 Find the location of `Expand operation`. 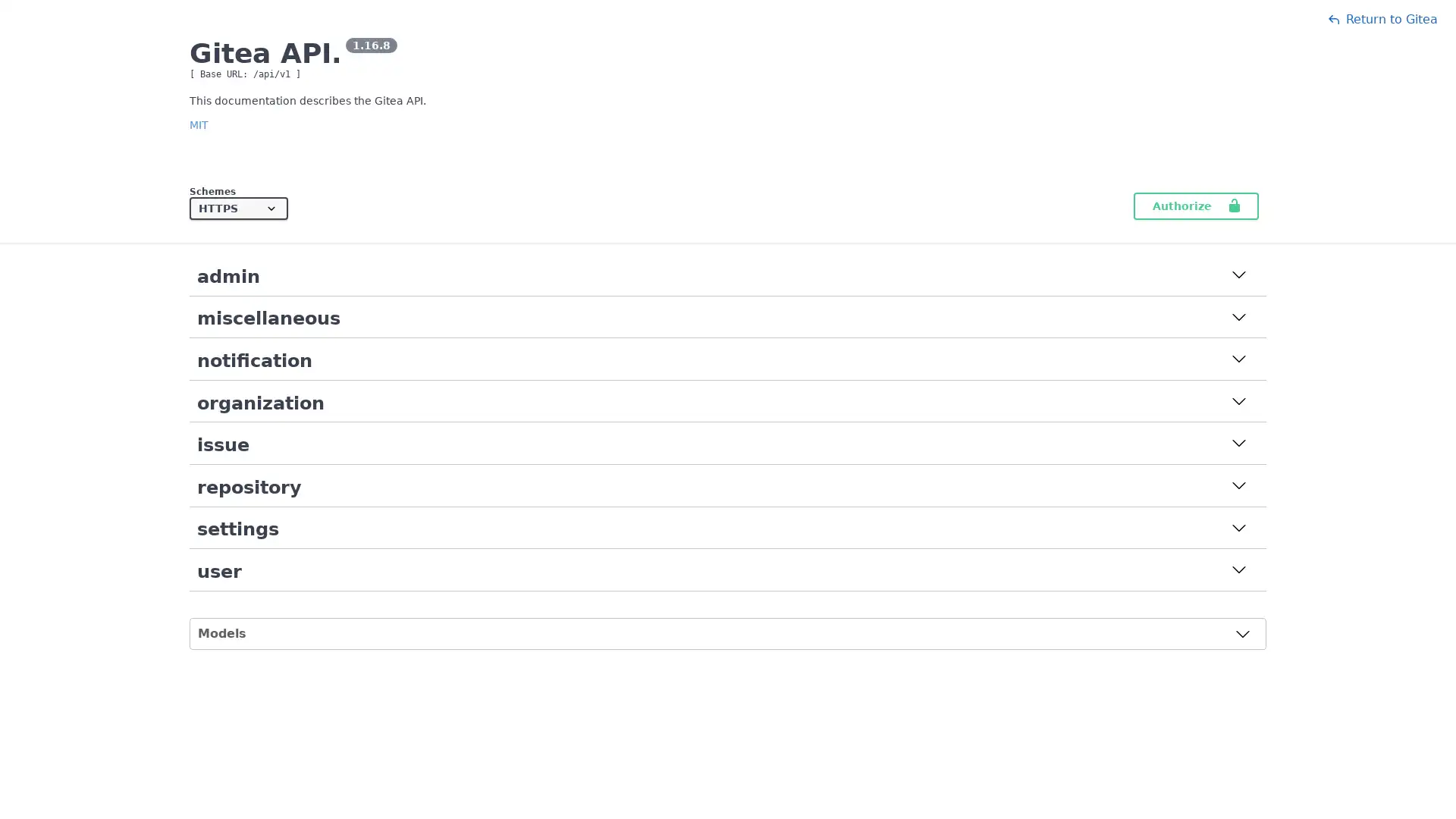

Expand operation is located at coordinates (1238, 402).